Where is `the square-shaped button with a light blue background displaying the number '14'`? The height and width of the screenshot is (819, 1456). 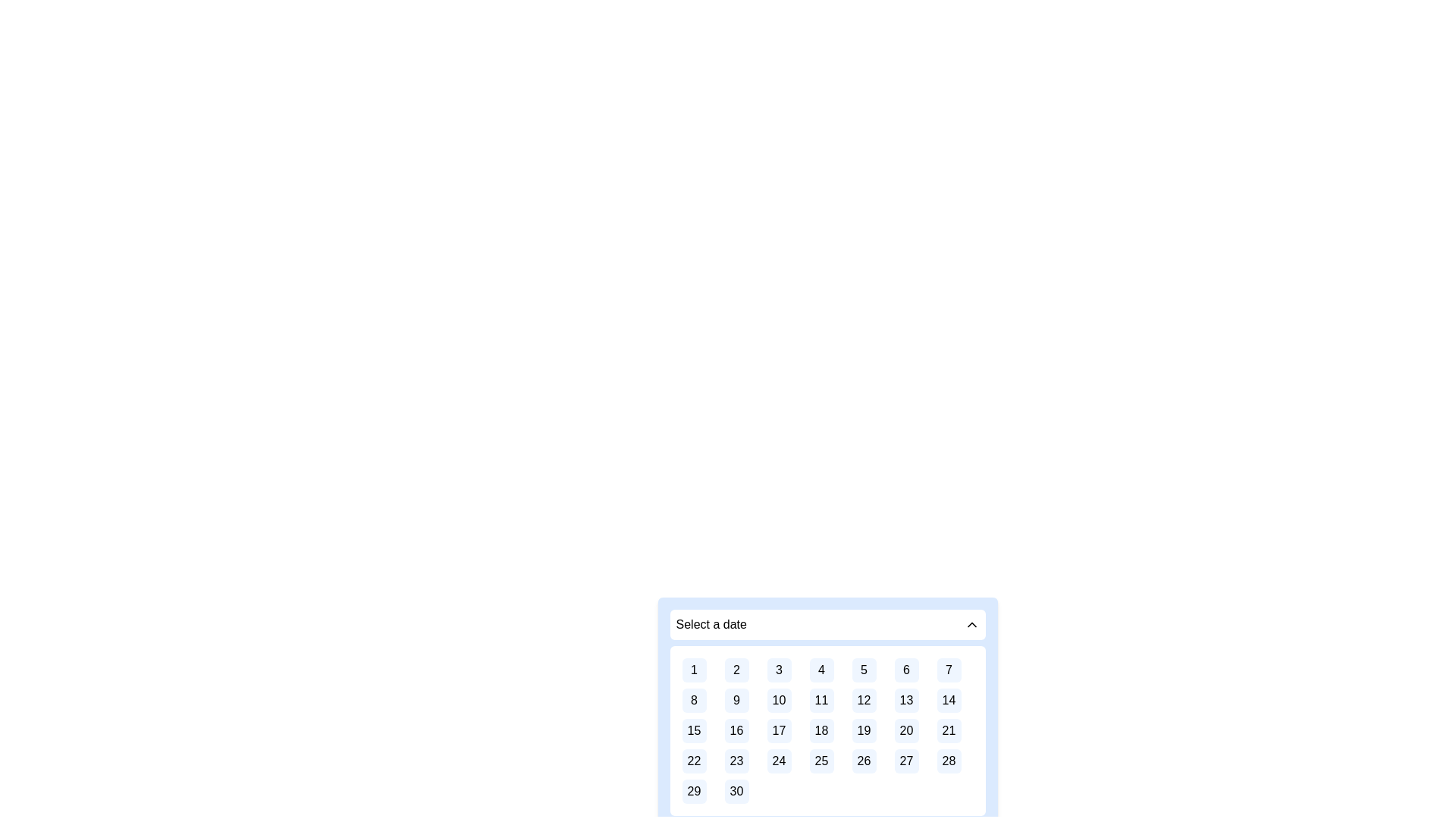
the square-shaped button with a light blue background displaying the number '14' is located at coordinates (948, 701).